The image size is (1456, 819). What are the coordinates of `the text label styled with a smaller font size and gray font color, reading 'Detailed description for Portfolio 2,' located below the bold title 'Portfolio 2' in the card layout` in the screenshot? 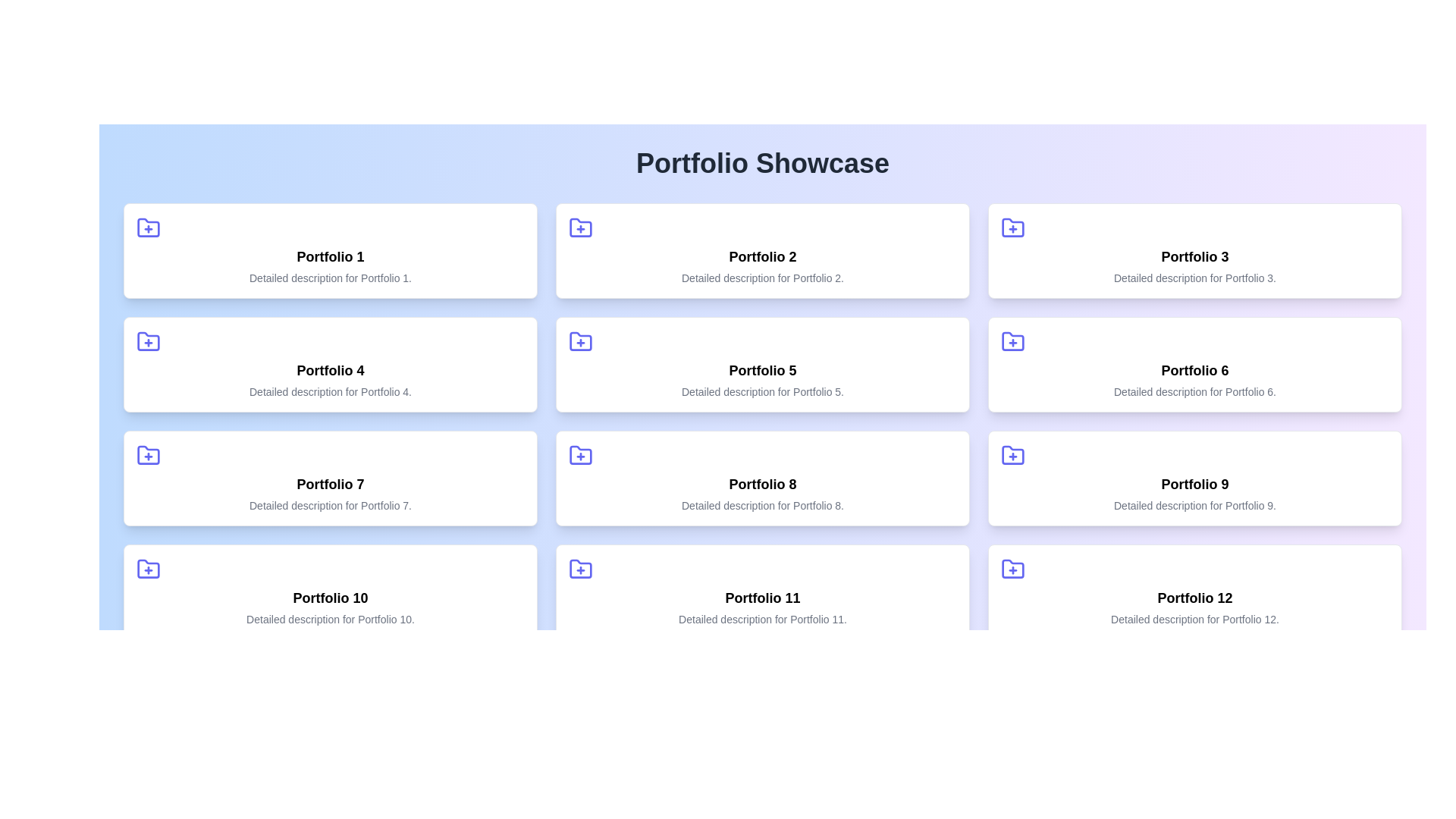 It's located at (763, 278).